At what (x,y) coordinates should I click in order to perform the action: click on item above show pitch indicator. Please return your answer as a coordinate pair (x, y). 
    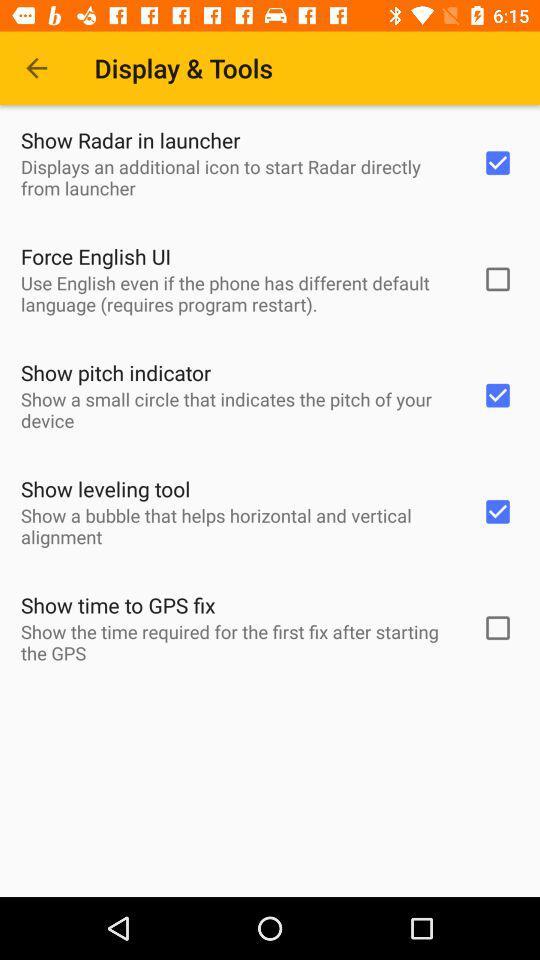
    Looking at the image, I should click on (238, 292).